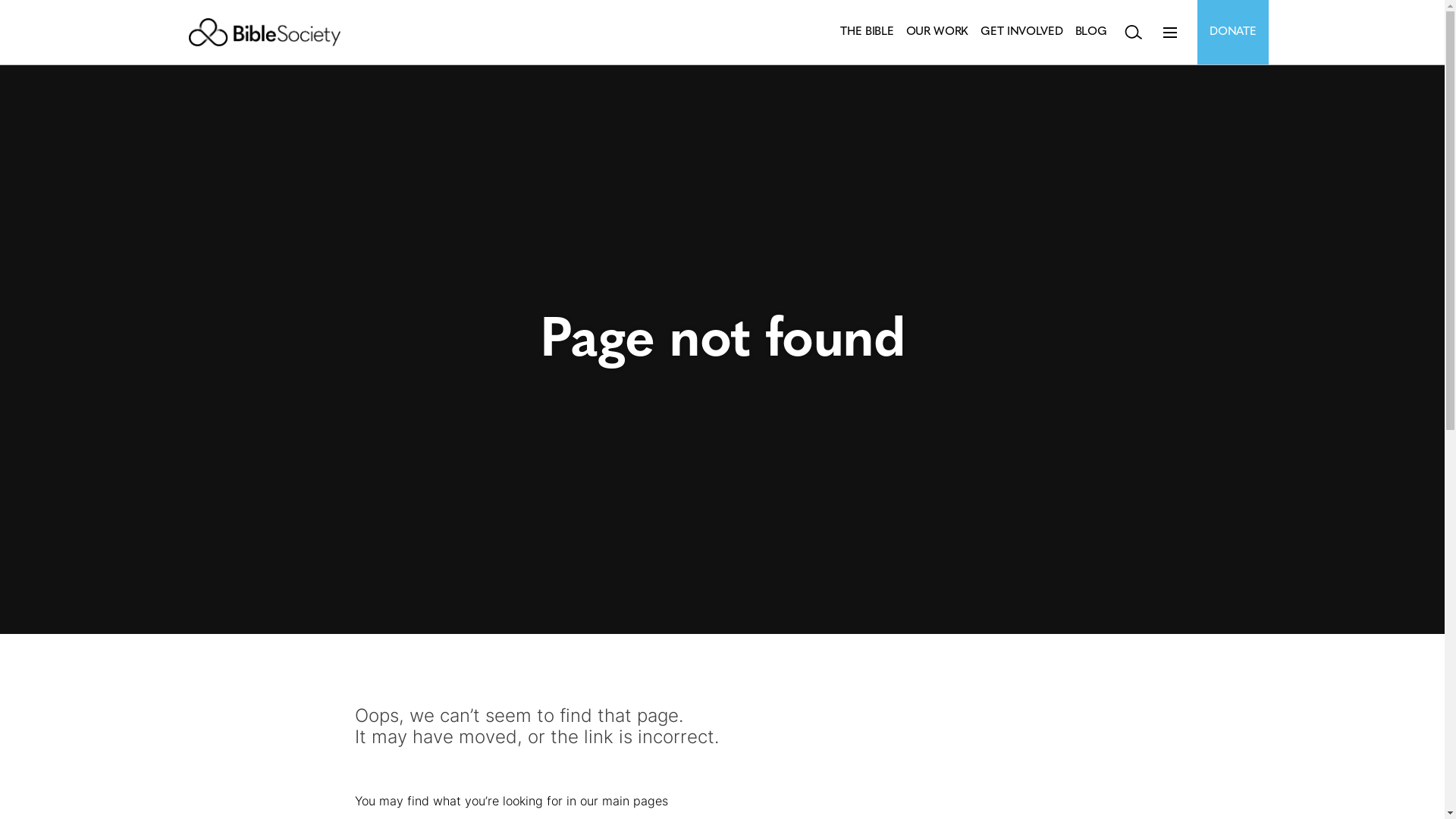  I want to click on 'THE BIBLE', so click(866, 32).